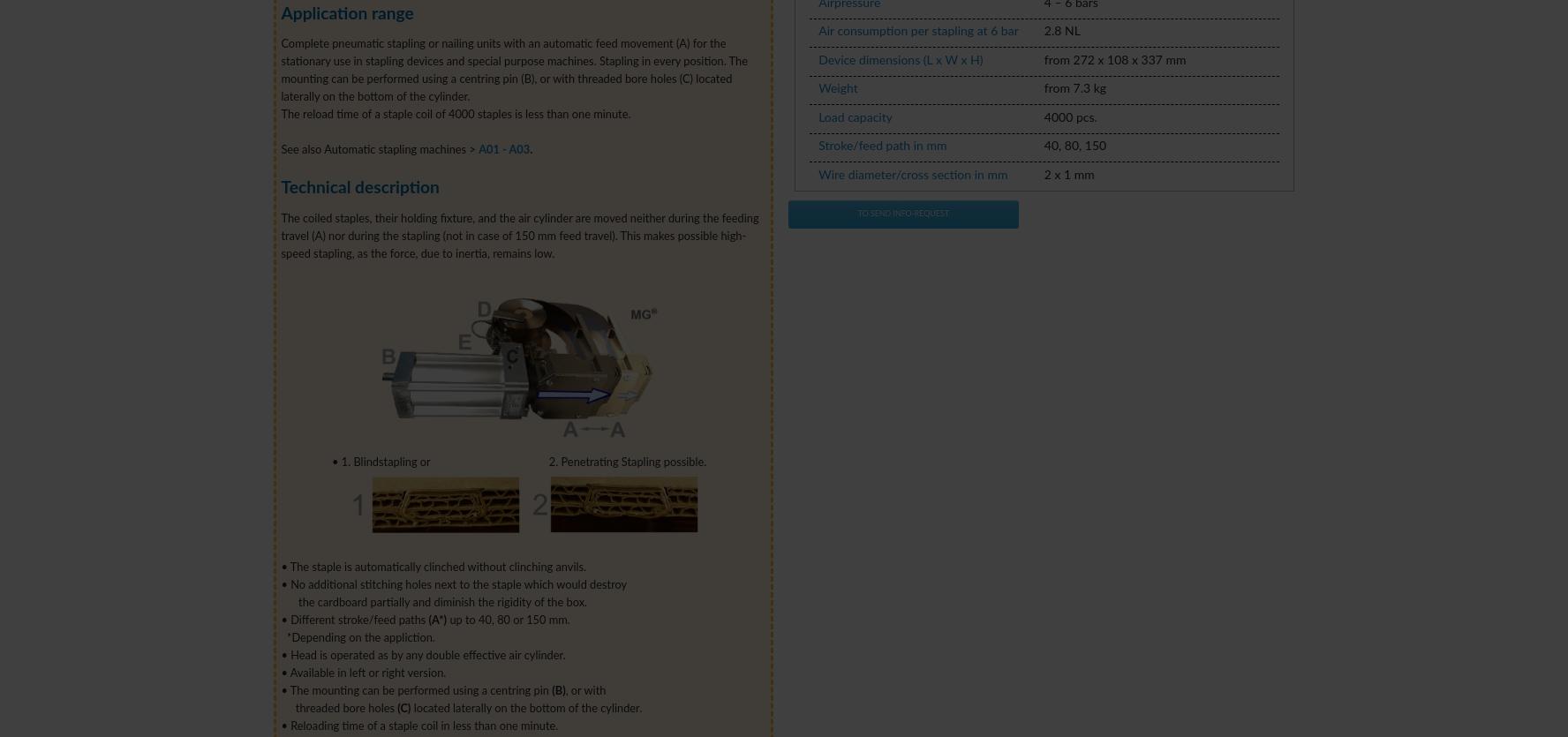 Image resolution: width=1568 pixels, height=737 pixels. What do you see at coordinates (550, 689) in the screenshot?
I see `'(B)'` at bounding box center [550, 689].